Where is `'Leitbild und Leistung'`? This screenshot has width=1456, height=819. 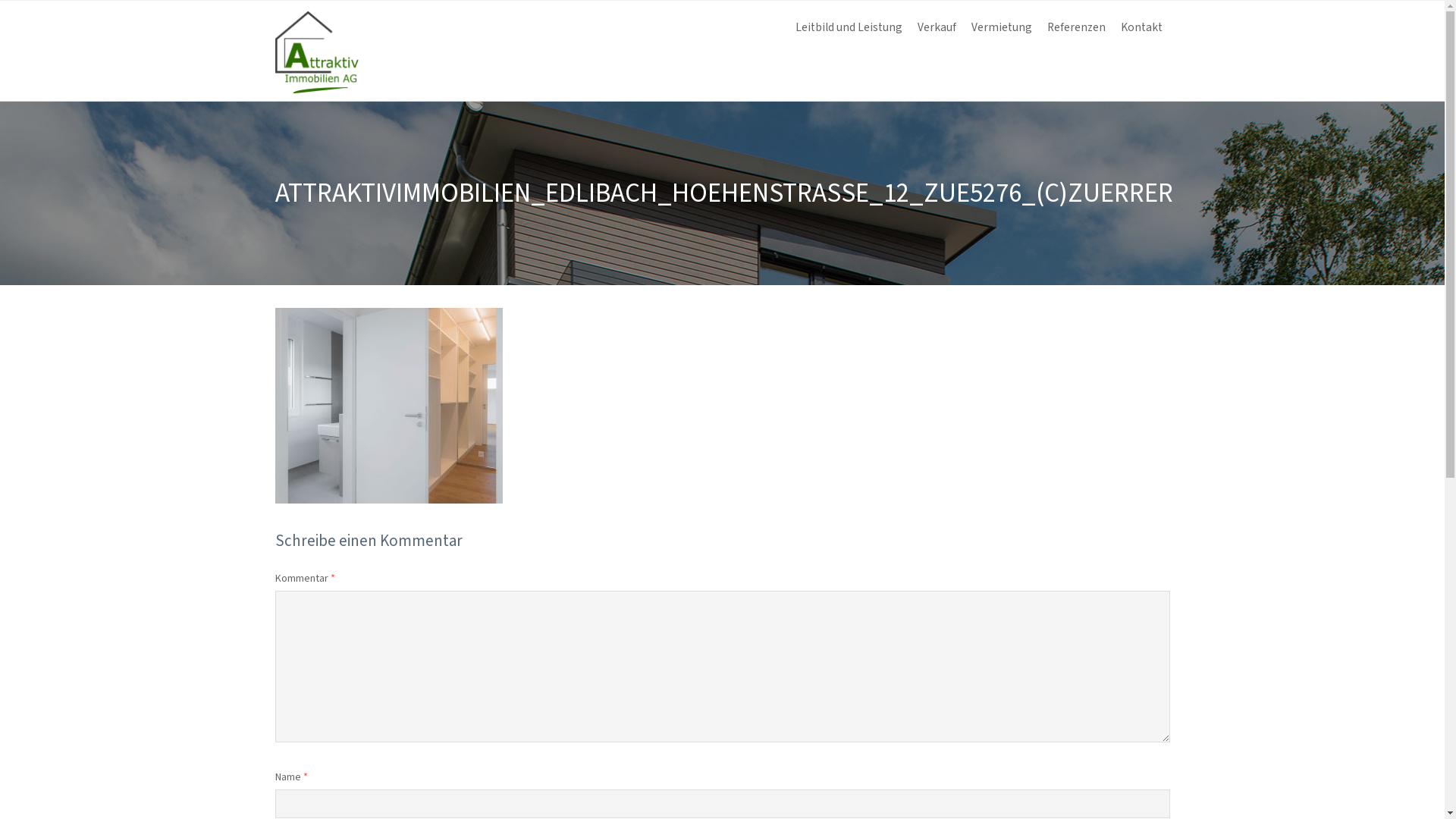 'Leitbild und Leistung' is located at coordinates (847, 28).